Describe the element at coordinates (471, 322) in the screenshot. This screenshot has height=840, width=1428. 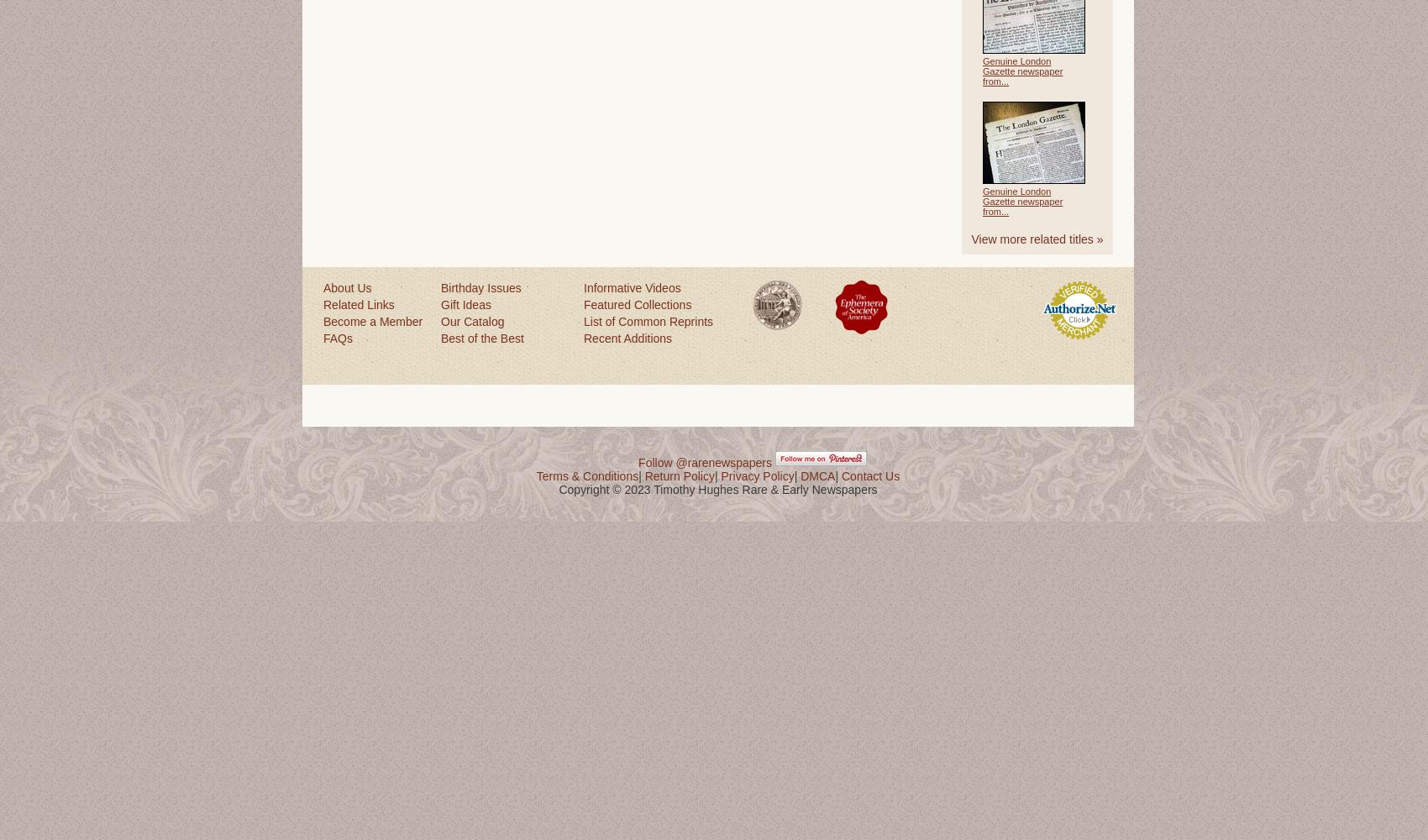
I see `'Our Catalog'` at that location.